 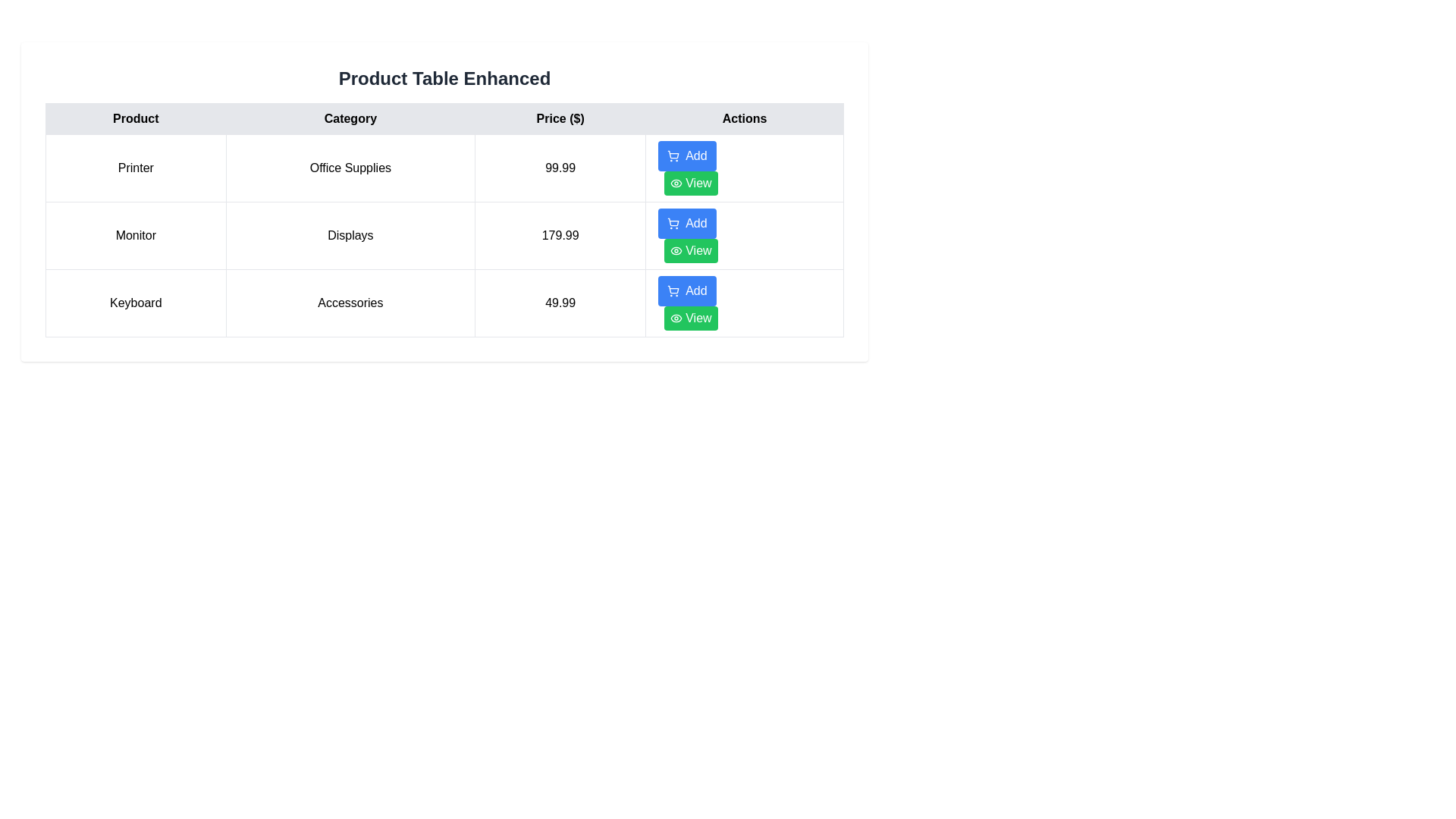 I want to click on the icon that represents the 'View' action, centrally located within the 'View' button of the 'Actions' column for the 'Keyboard' row in the displayed table, so click(x=676, y=318).